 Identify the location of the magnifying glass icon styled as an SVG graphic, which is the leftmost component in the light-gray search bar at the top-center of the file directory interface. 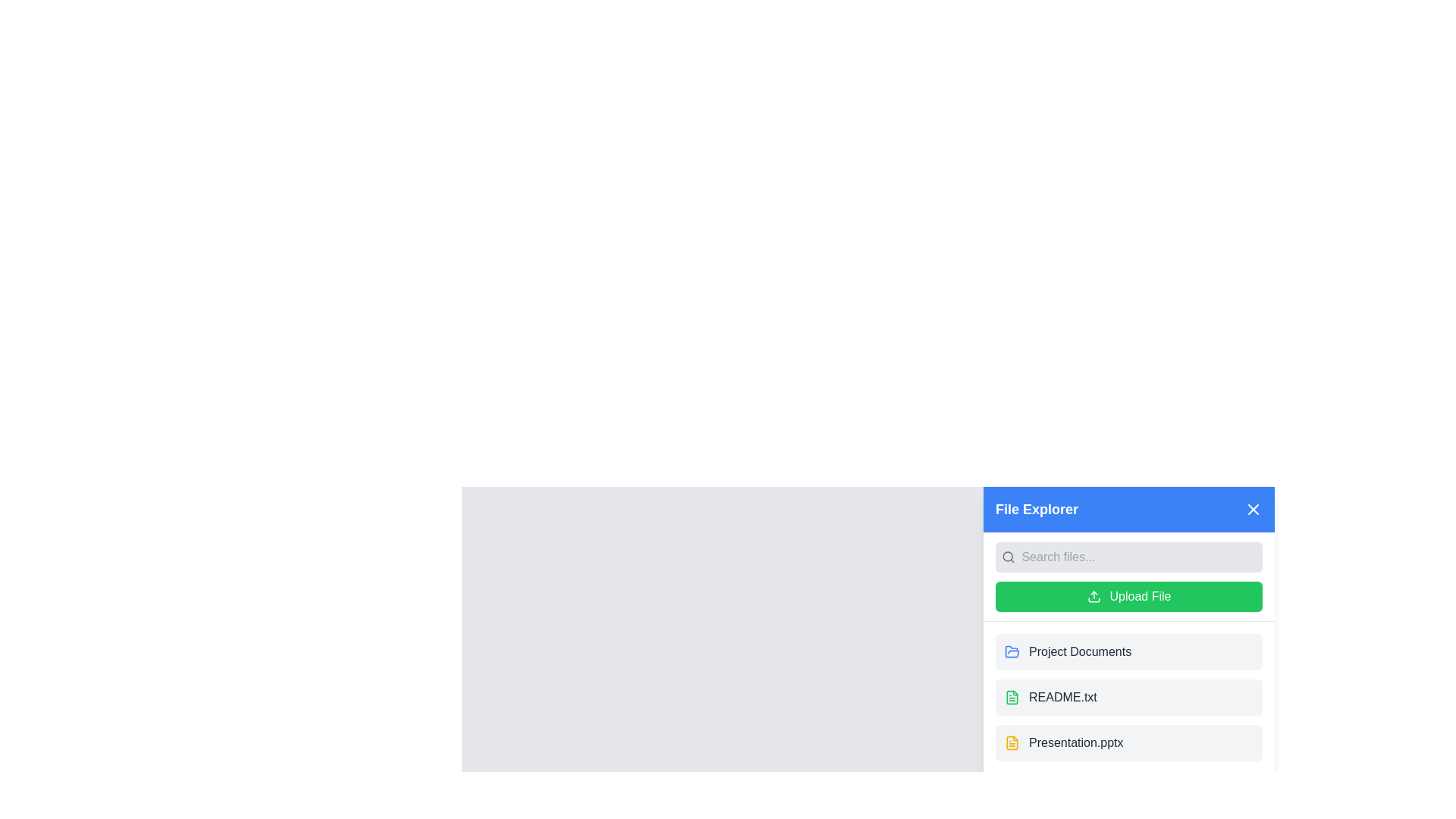
(1009, 557).